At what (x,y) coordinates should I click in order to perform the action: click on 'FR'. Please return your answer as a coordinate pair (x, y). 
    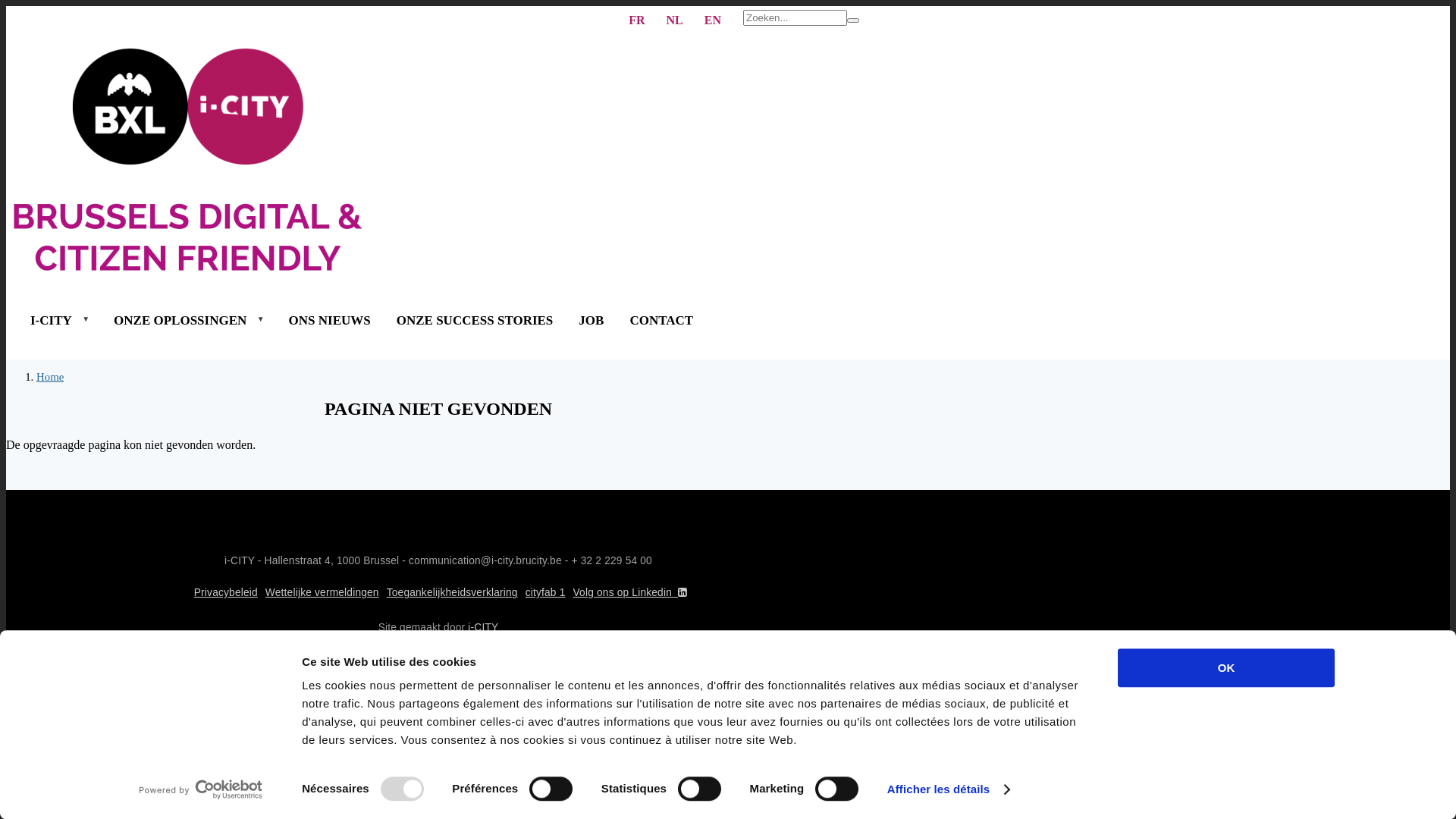
    Looking at the image, I should click on (636, 20).